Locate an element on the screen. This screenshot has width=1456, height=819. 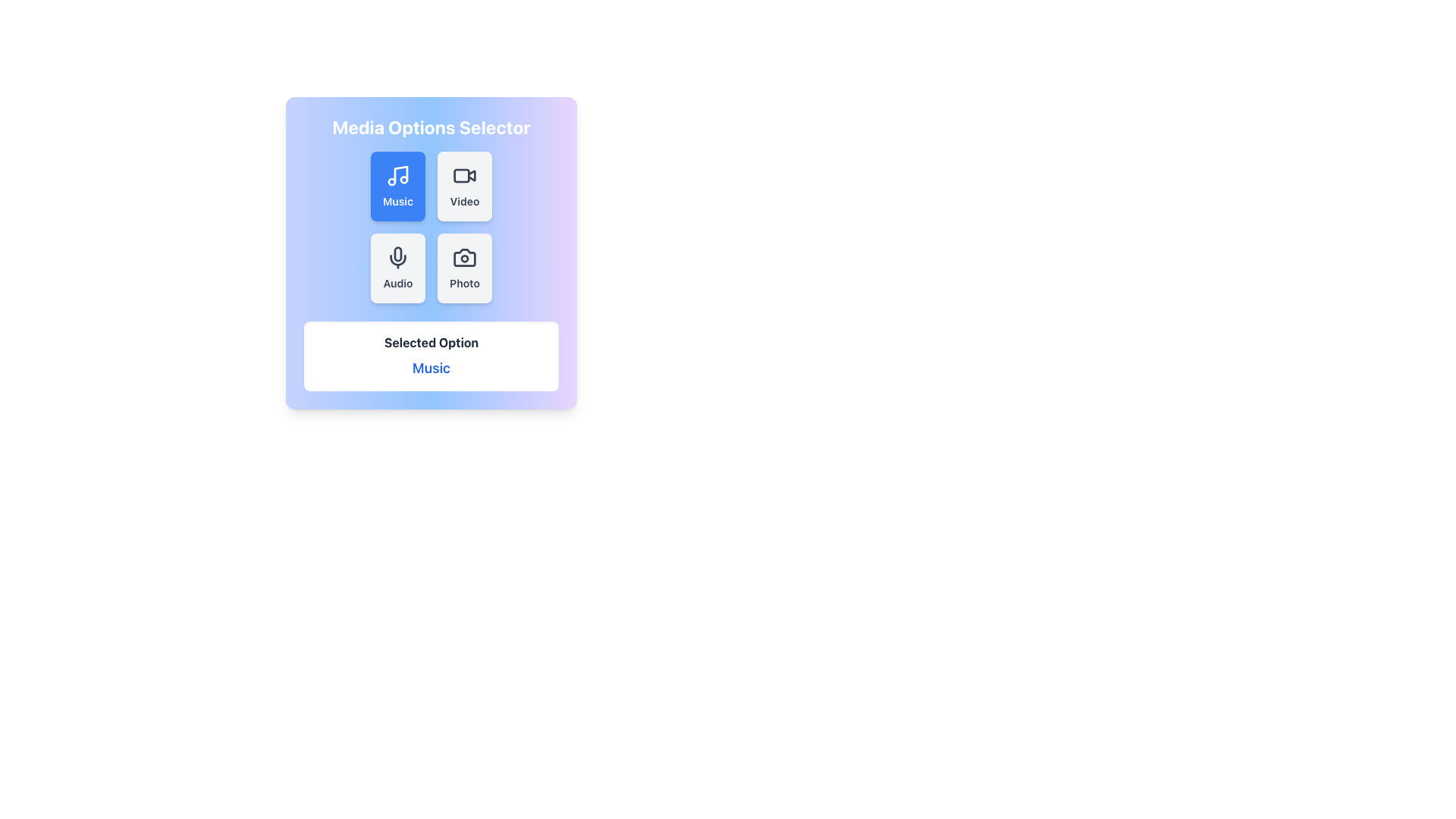
the 'Video' button, which has a rounded rectangular shape, light gray background, and features a dark gray video camera icon above the label 'Video' is located at coordinates (464, 186).